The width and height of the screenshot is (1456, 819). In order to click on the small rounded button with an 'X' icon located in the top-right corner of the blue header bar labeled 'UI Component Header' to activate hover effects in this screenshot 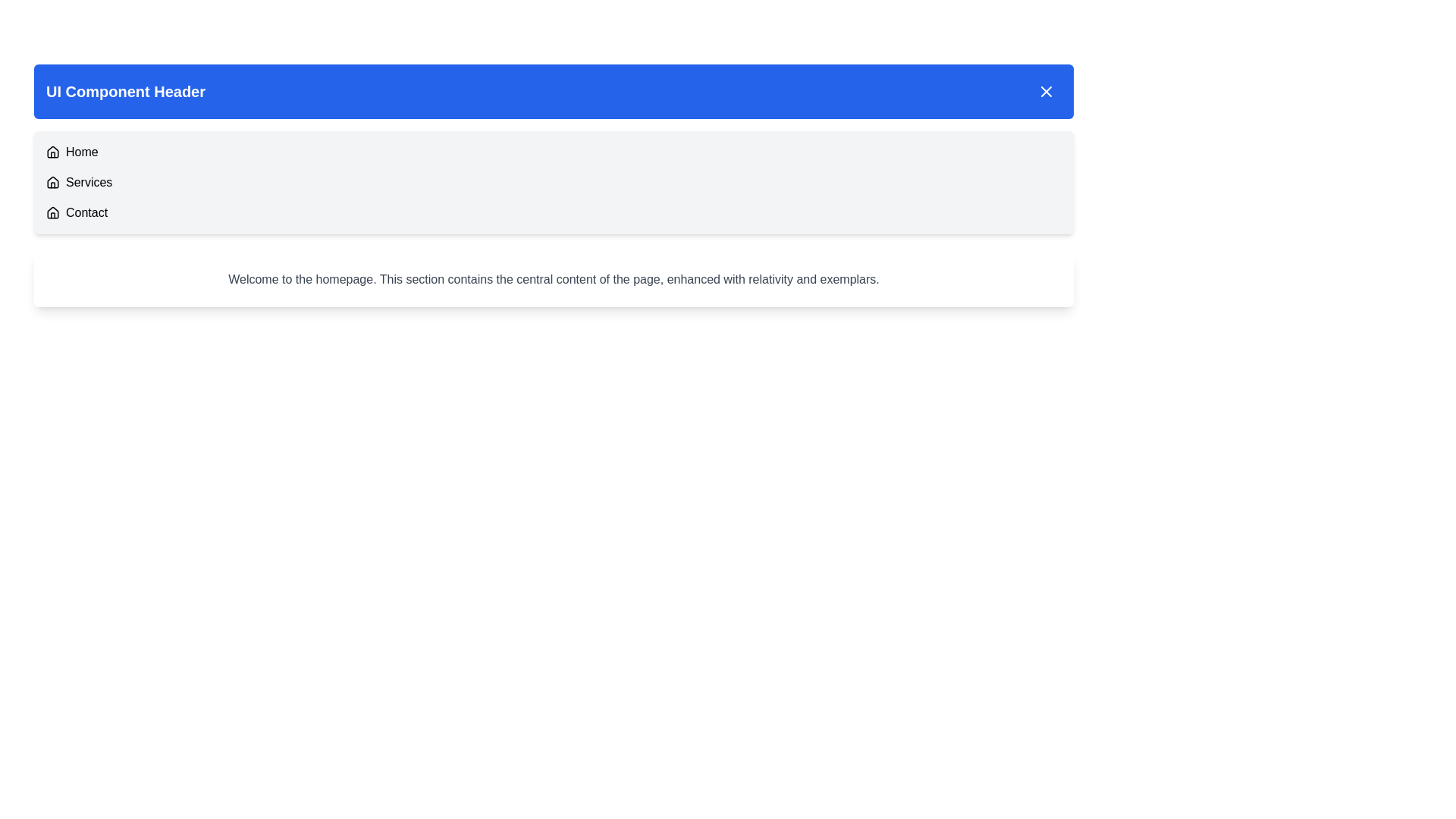, I will do `click(1046, 91)`.